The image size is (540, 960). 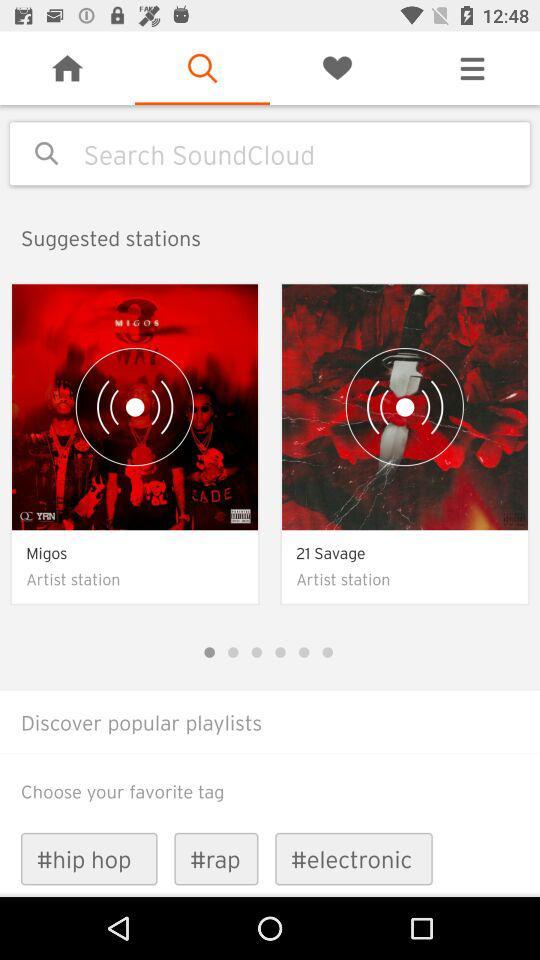 What do you see at coordinates (215, 858) in the screenshot?
I see `the icon next to #hip hop` at bounding box center [215, 858].